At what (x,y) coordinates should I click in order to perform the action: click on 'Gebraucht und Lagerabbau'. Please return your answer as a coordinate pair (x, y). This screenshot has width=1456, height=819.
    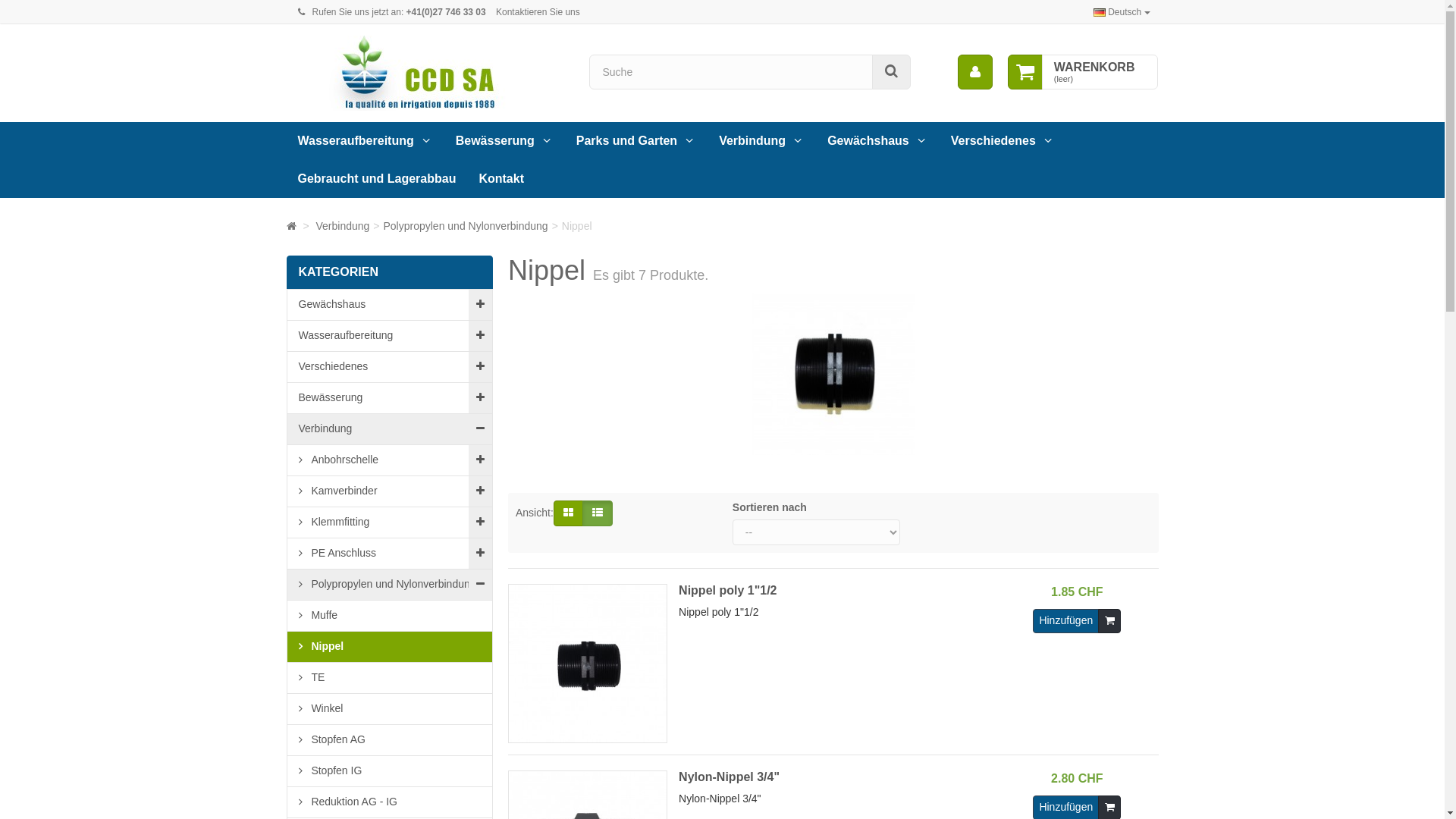
    Looking at the image, I should click on (377, 177).